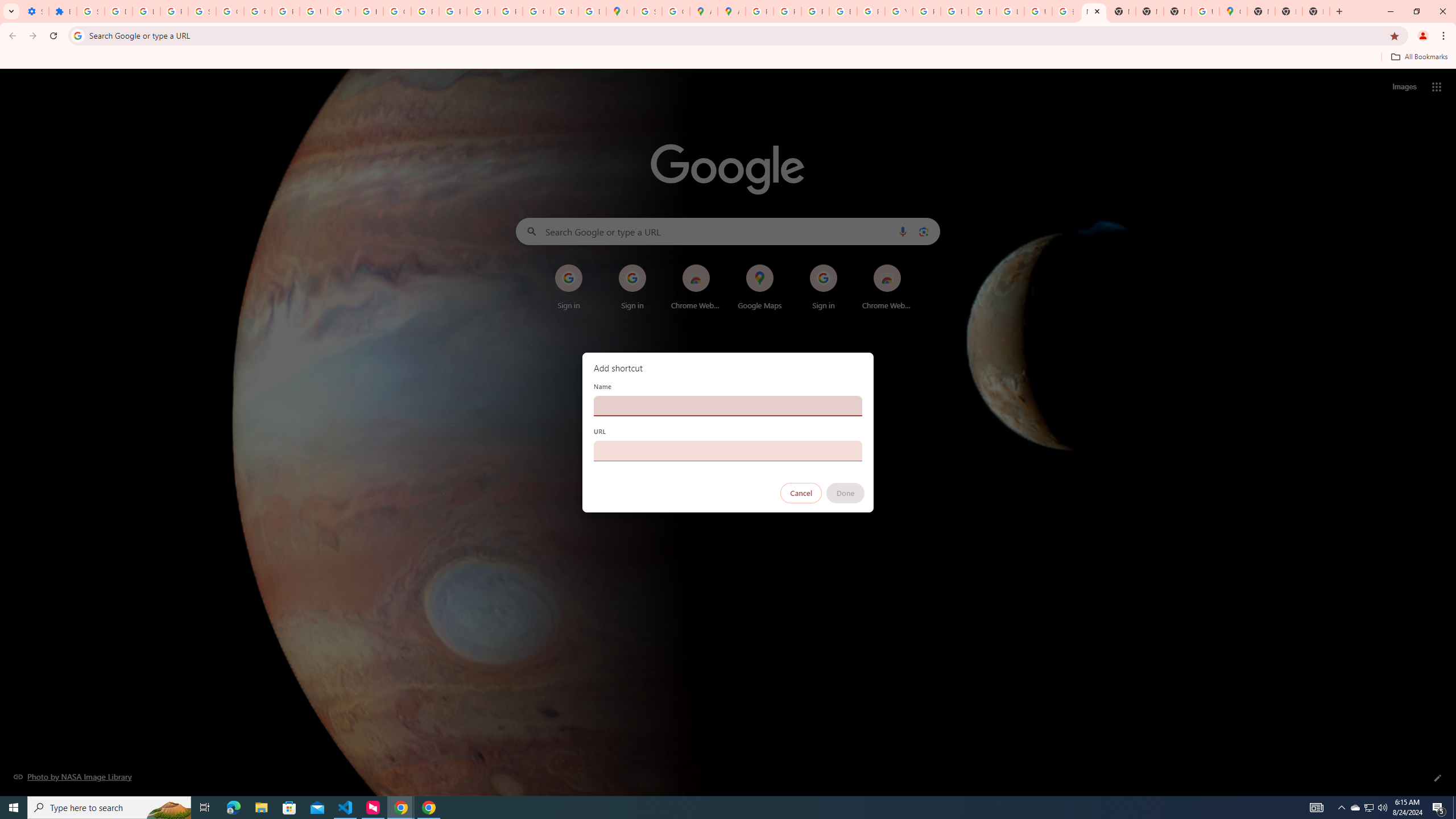 This screenshot has width=1456, height=819. I want to click on 'New Tab', so click(1316, 11).